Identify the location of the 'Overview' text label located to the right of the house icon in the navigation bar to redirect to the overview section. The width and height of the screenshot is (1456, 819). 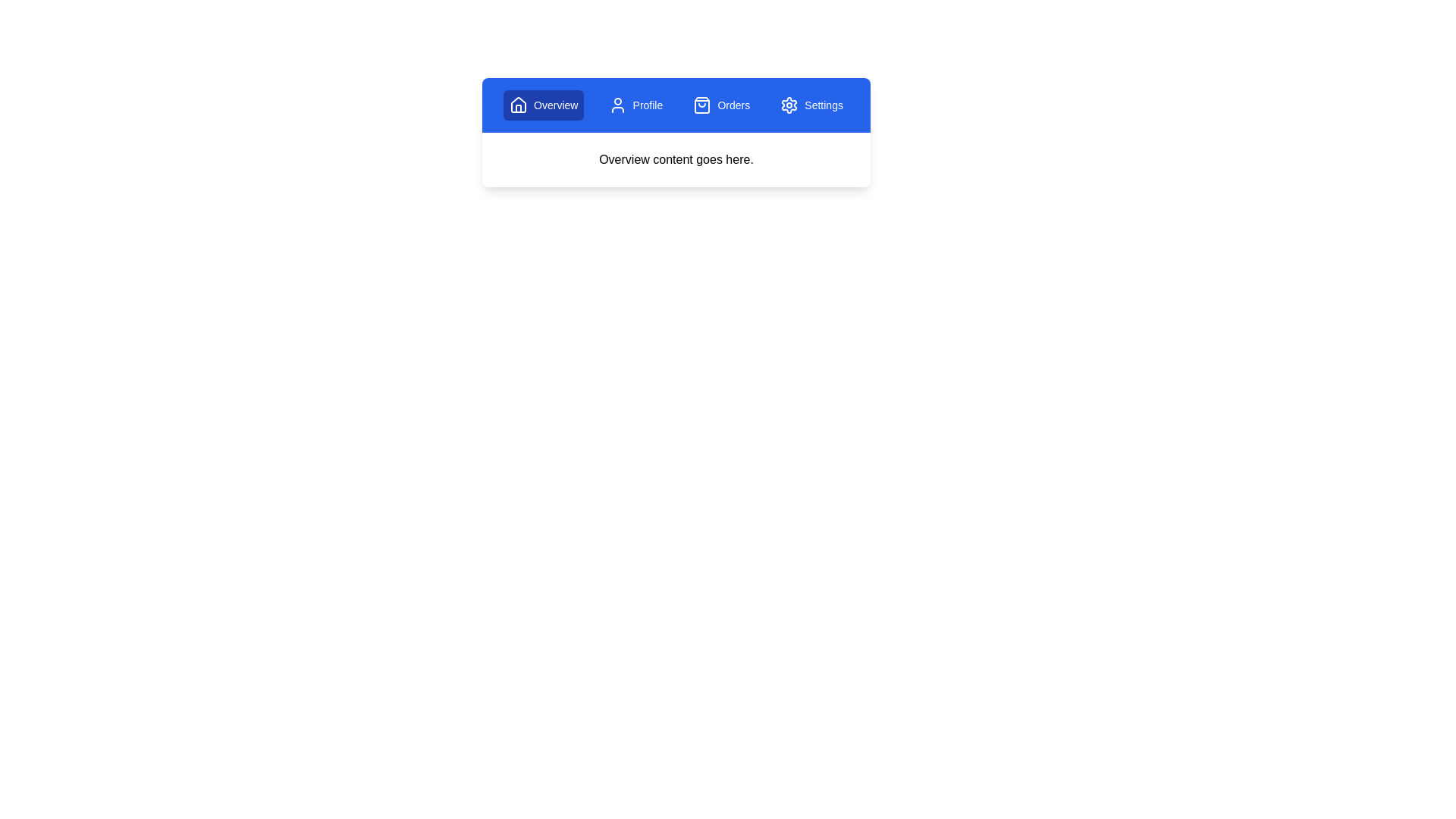
(555, 104).